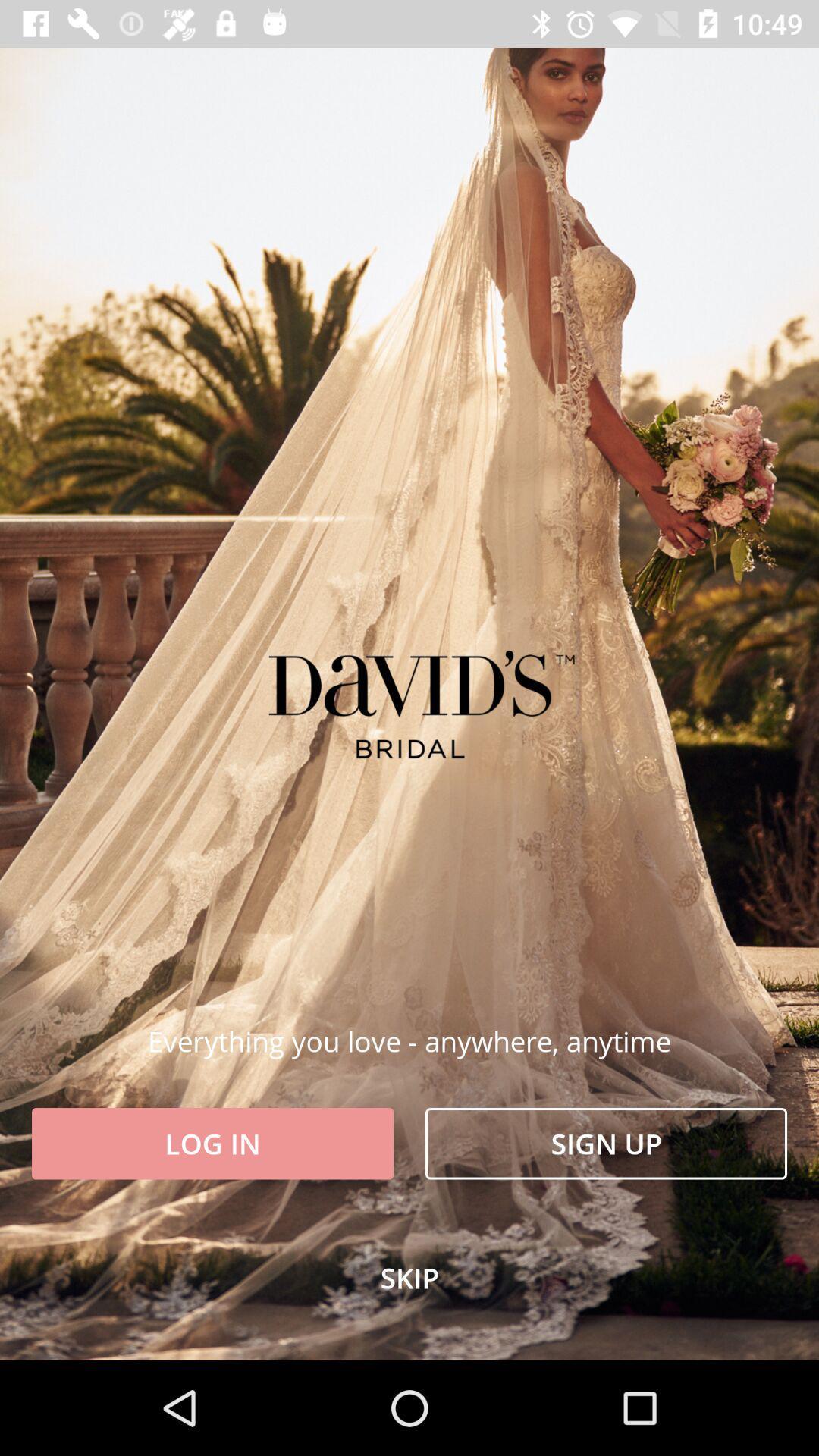 The image size is (819, 1456). I want to click on the item above skip, so click(212, 1144).